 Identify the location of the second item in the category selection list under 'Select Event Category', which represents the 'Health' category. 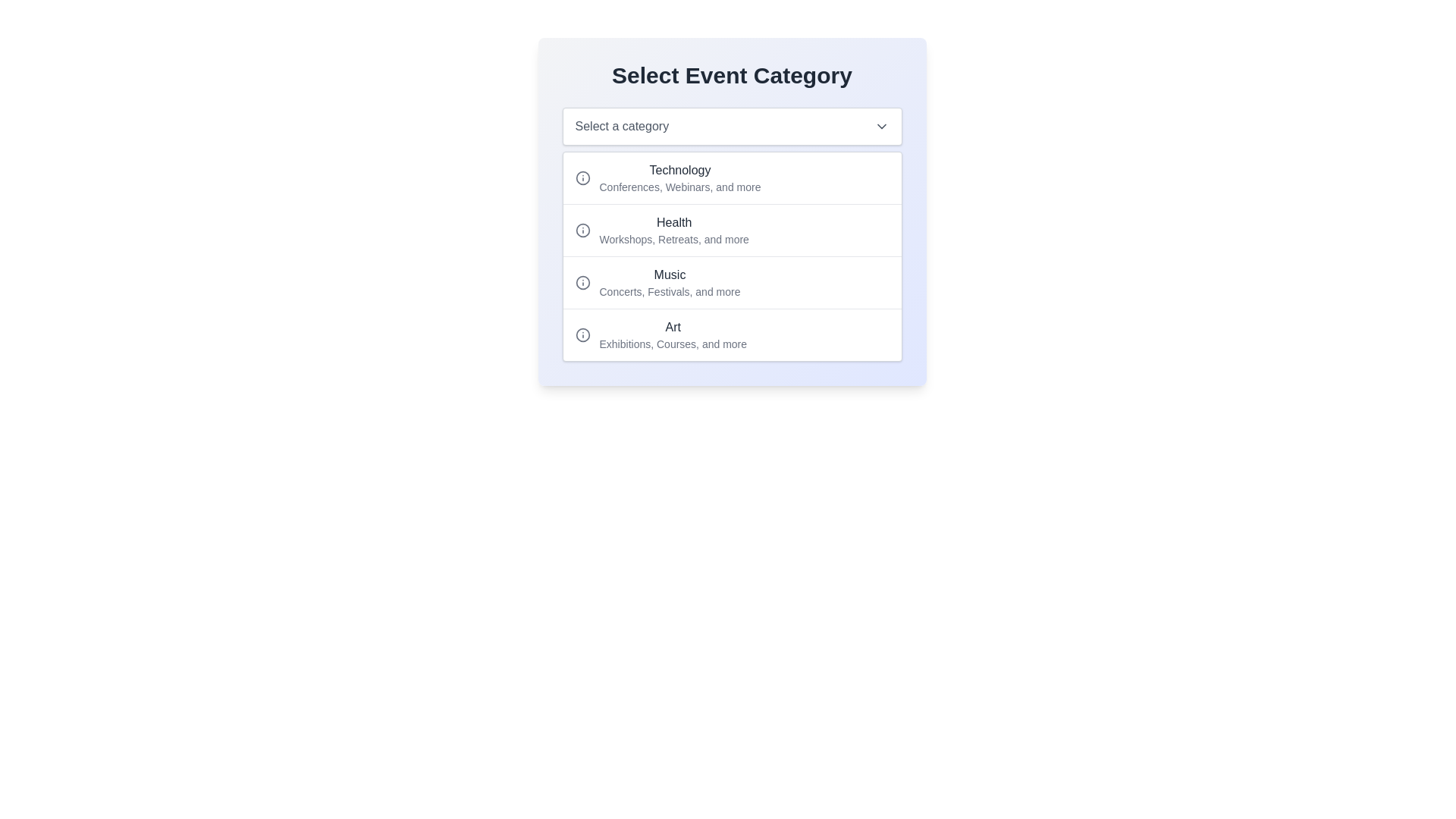
(732, 212).